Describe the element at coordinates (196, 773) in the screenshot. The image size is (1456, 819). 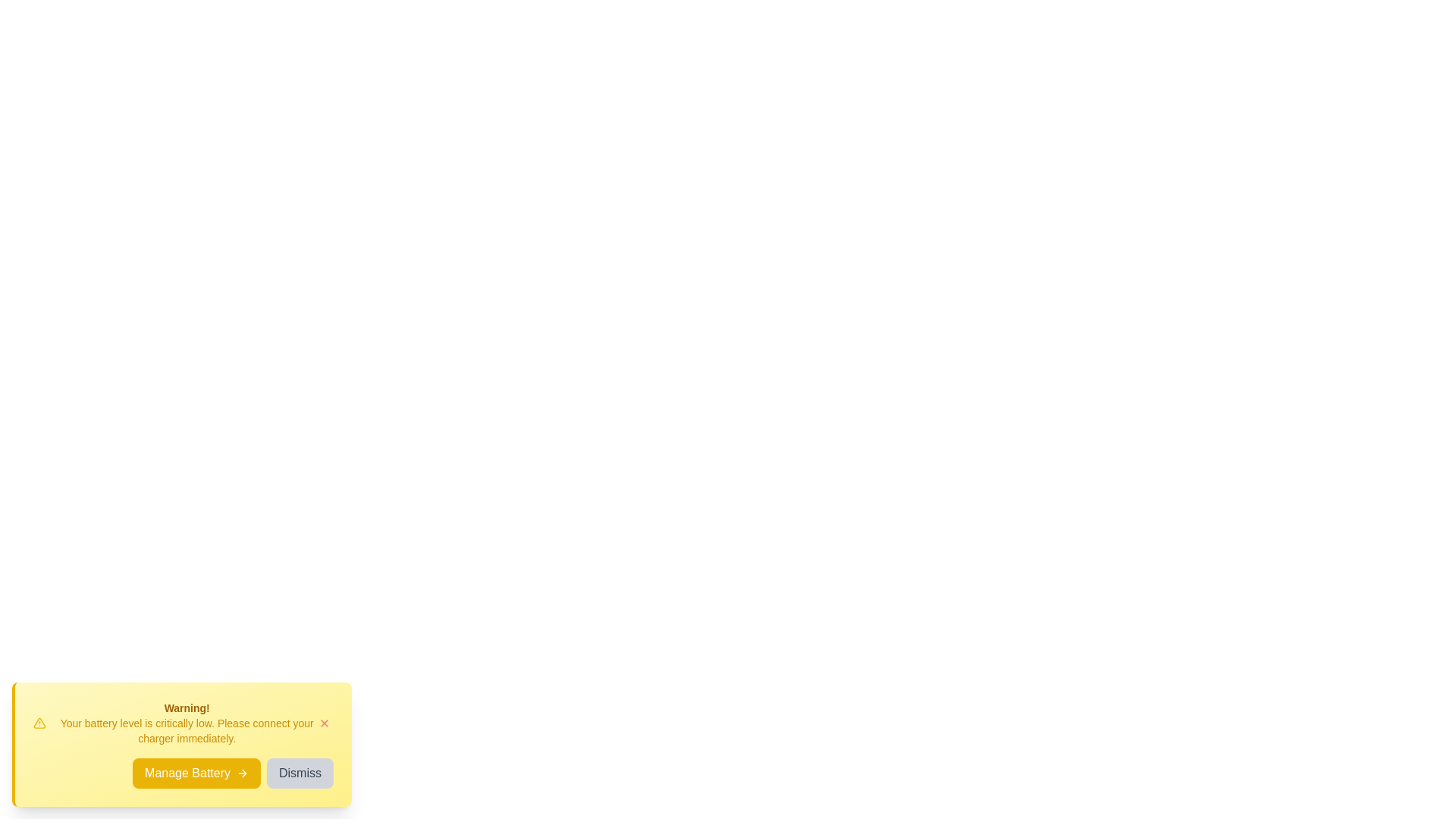
I see `the 'Manage Battery' button to navigate to battery settings` at that location.